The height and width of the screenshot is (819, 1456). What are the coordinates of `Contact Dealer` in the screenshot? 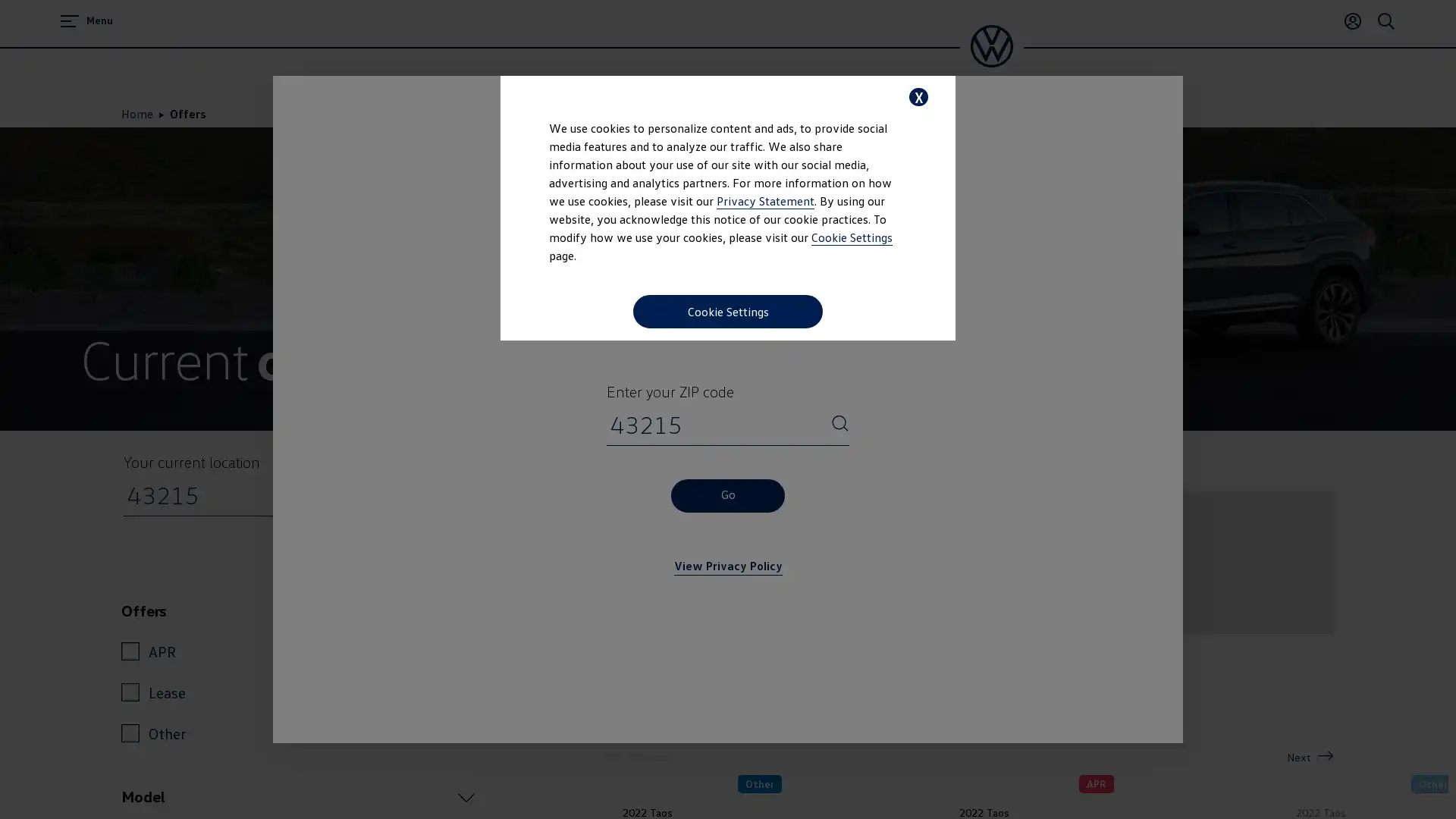 It's located at (1037, 704).